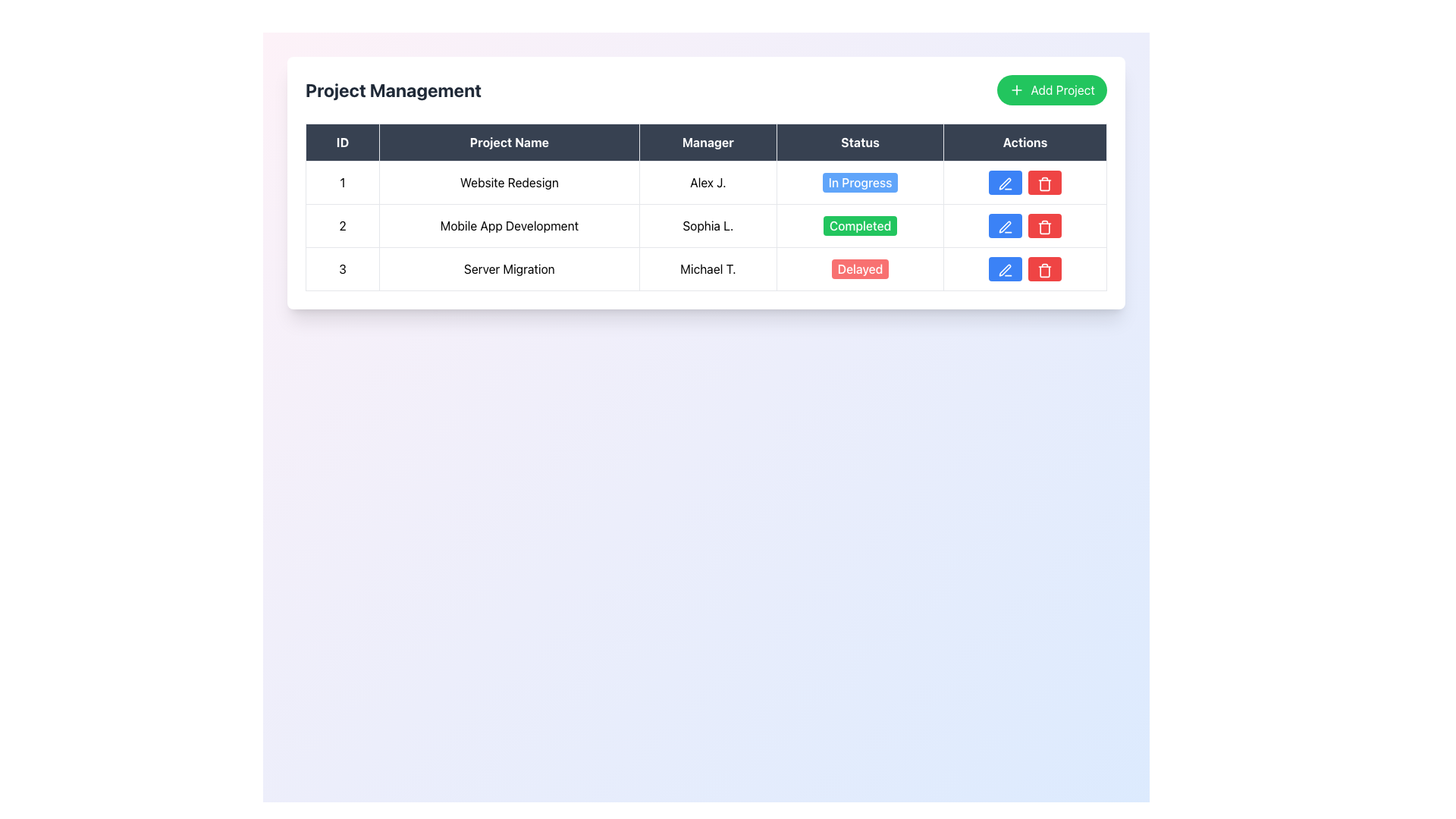  I want to click on the status indicator label that shows 'Mobile App Development' is completed, located in the 'Status' column of the second row in a project management table, so click(860, 225).